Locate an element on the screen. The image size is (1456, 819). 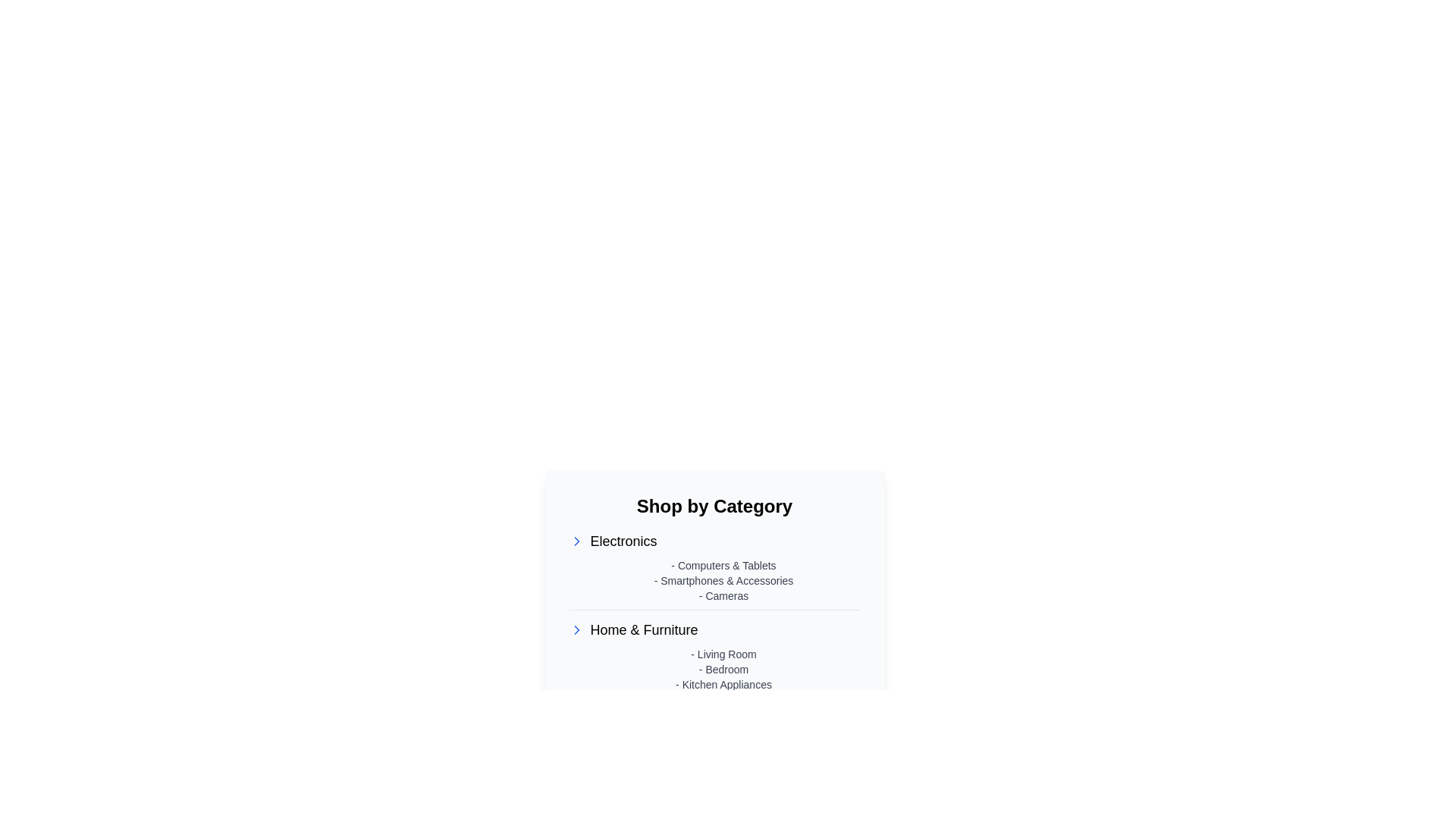
the text content under the 'Home & Furniture' category is located at coordinates (723, 669).